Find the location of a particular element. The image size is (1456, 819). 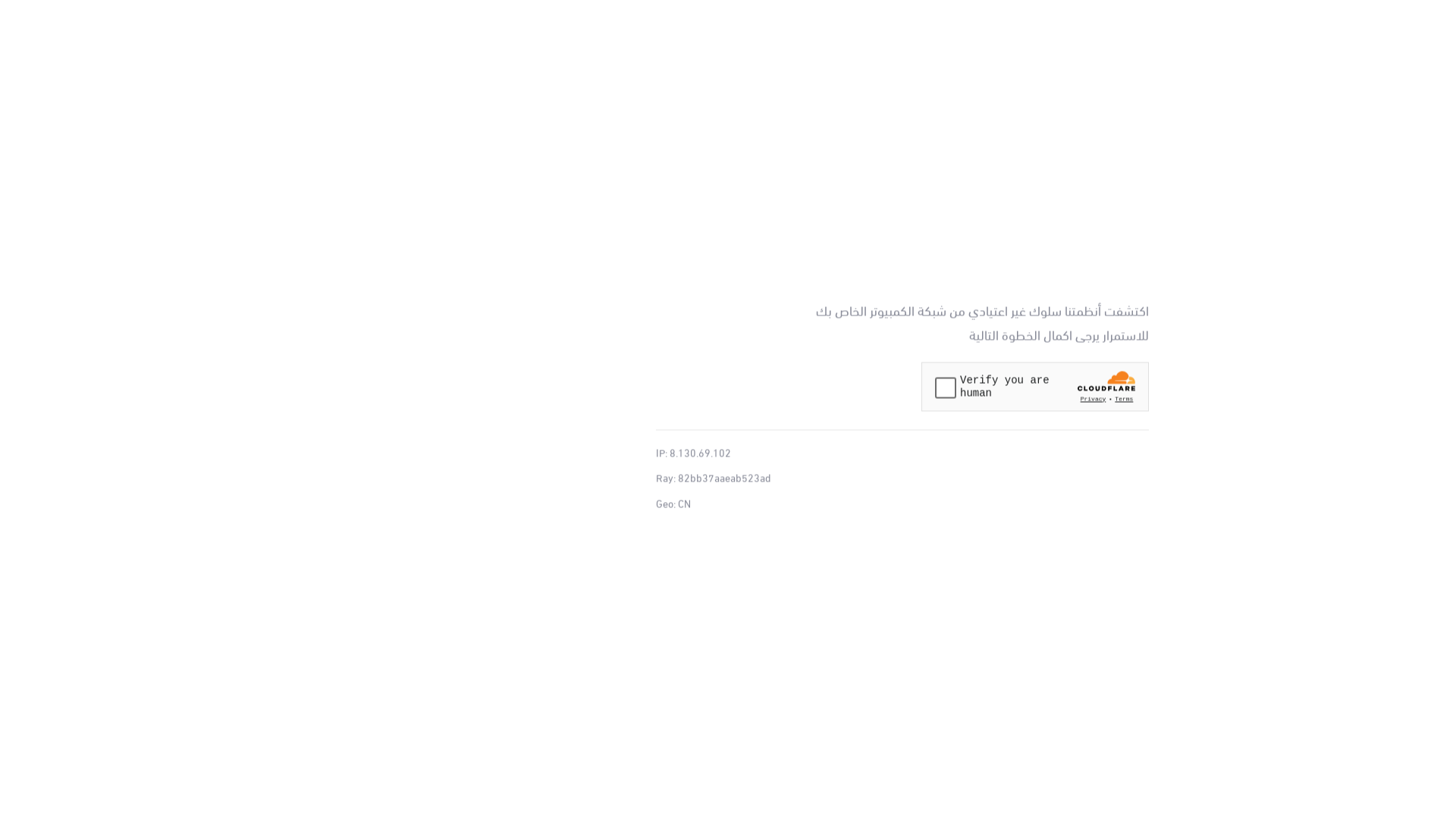

'Widget containing a Cloudflare security challenge' is located at coordinates (1034, 385).